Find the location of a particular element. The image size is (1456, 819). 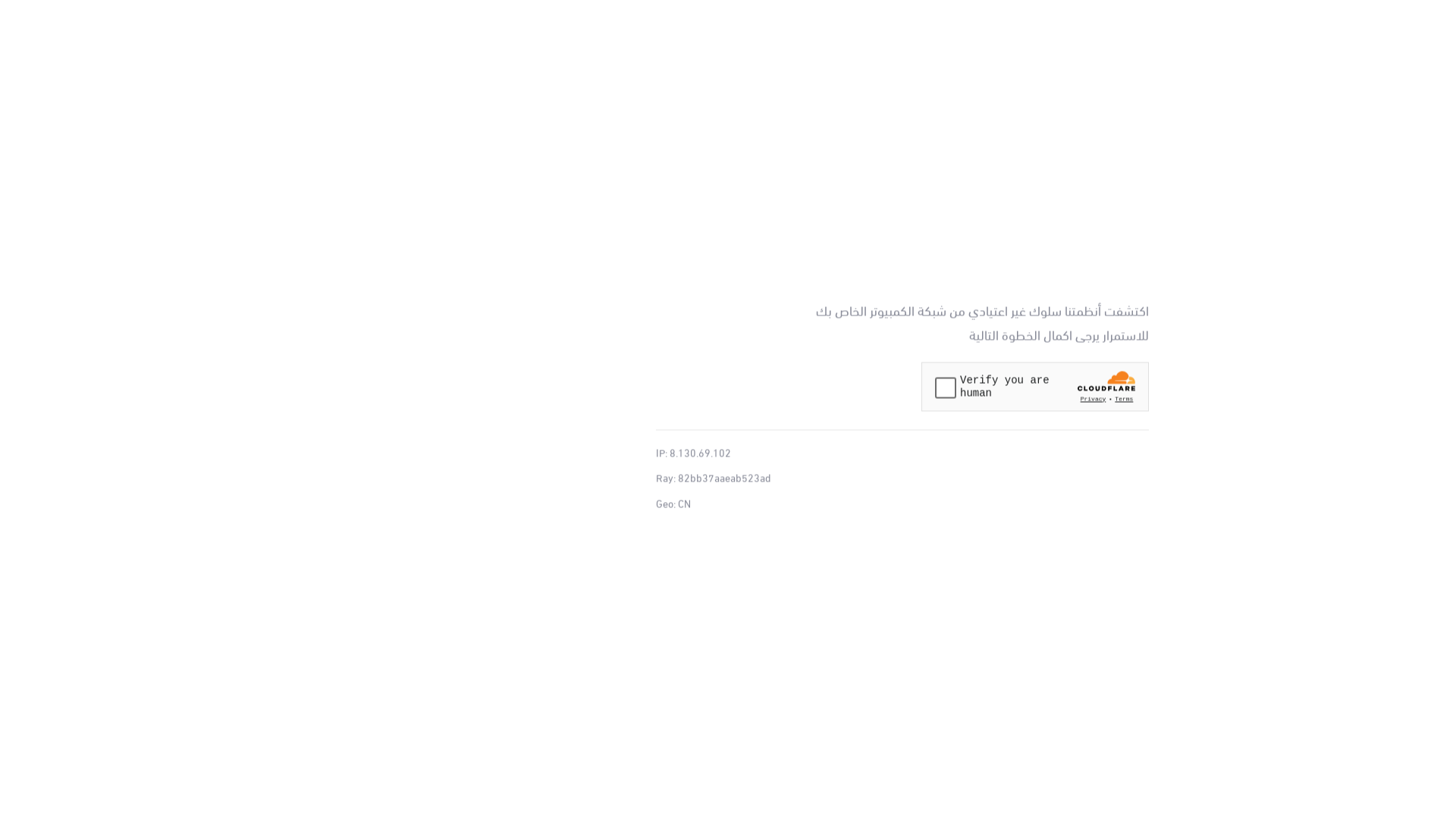

'Widget containing a Cloudflare security challenge' is located at coordinates (1034, 385).